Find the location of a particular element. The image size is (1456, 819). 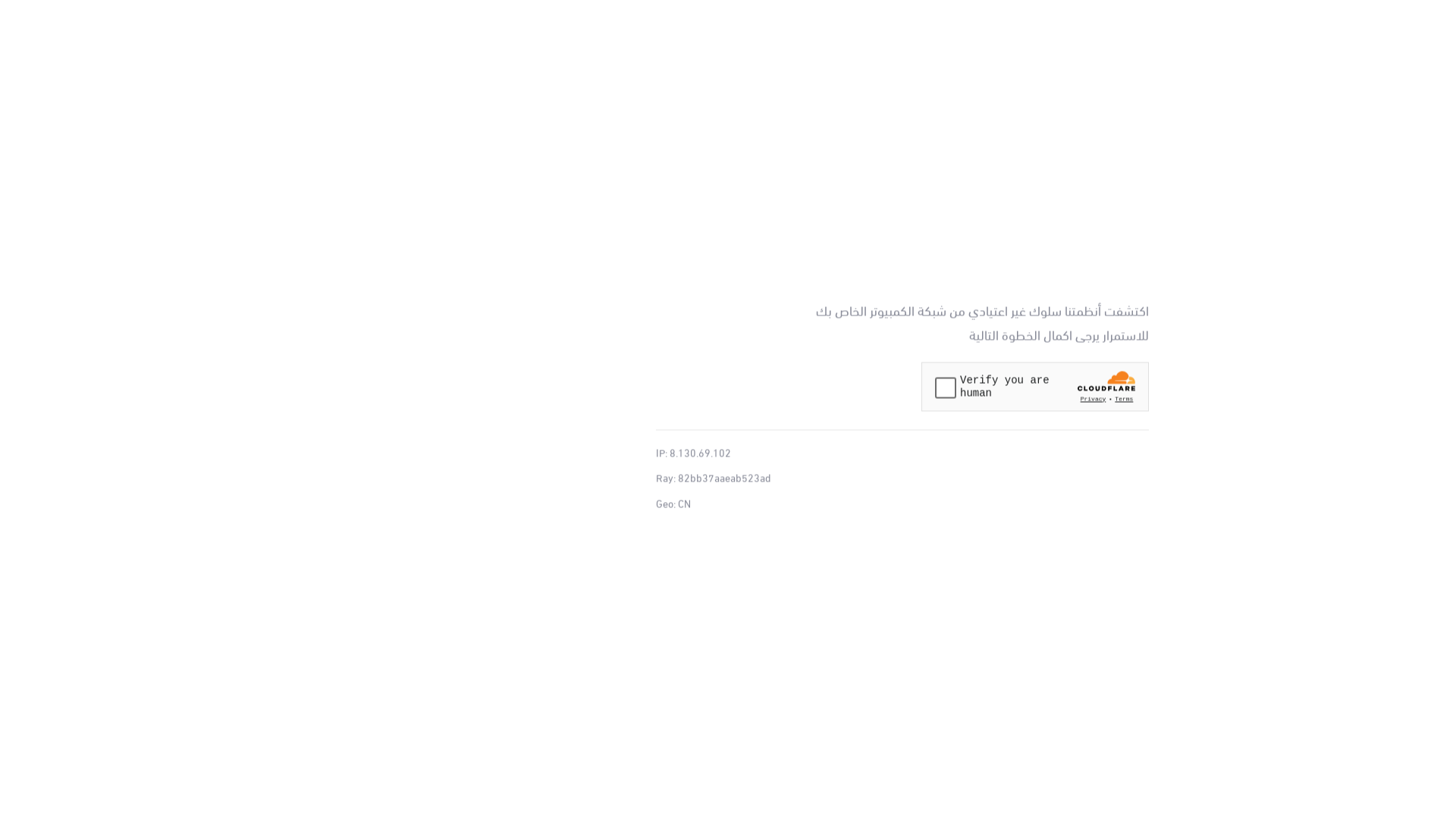

'Widget containing a Cloudflare security challenge' is located at coordinates (1034, 385).